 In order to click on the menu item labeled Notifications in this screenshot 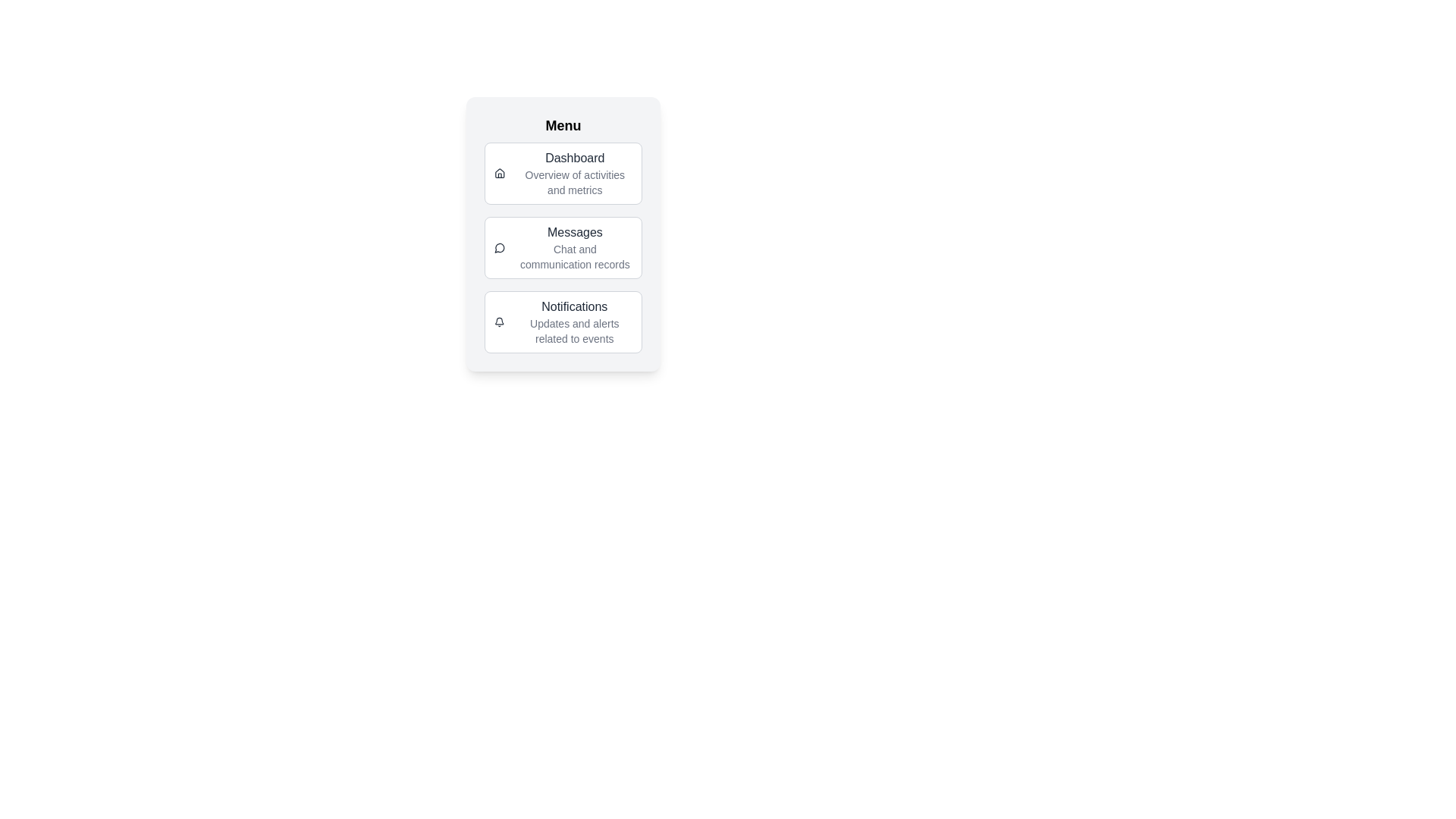, I will do `click(563, 321)`.